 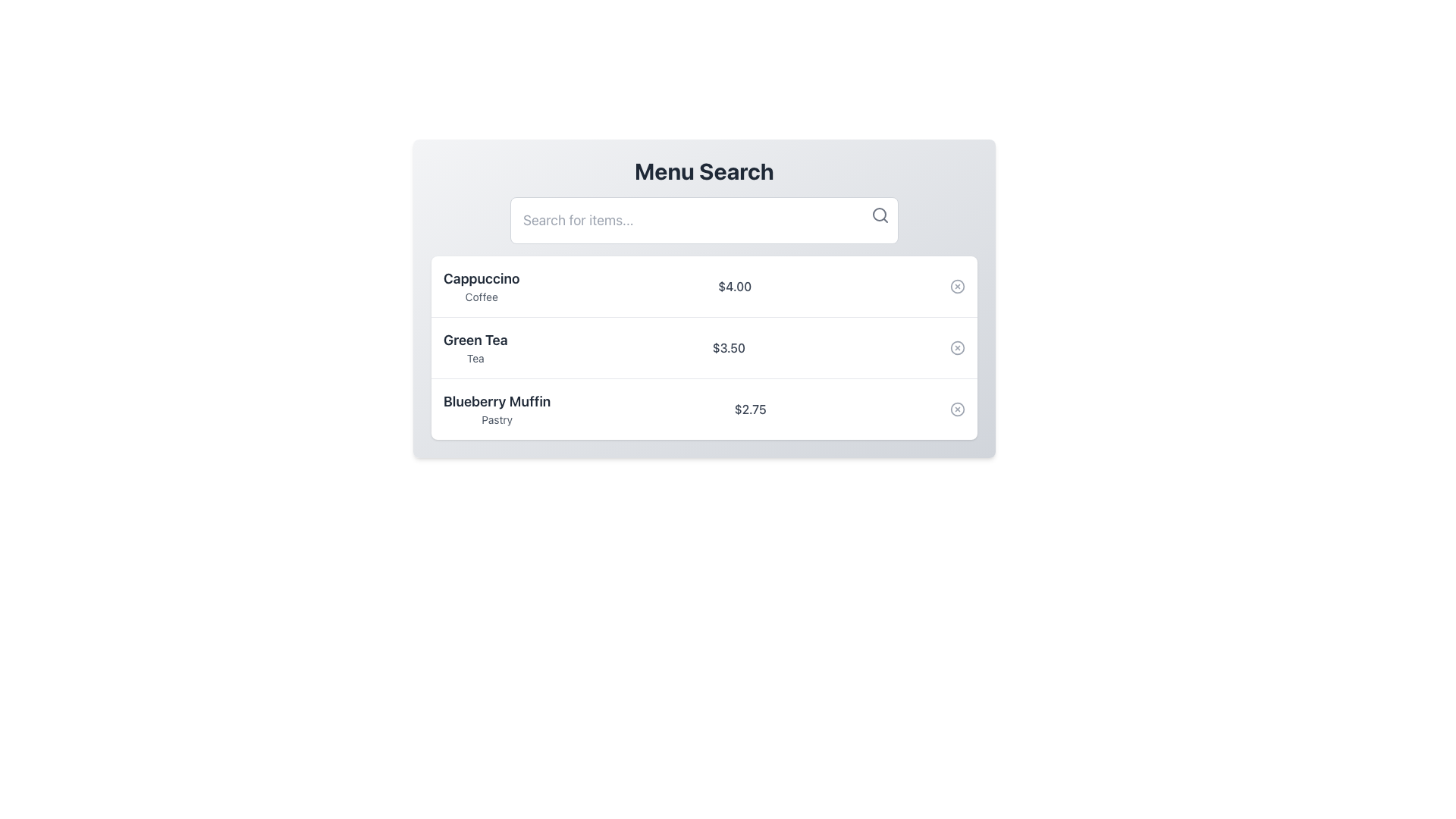 What do you see at coordinates (729, 348) in the screenshot?
I see `the Static Text Component displaying the price of 'Green Tea', which is located on the right side of the 'Green Tea' item row in a list-style menu interface` at bounding box center [729, 348].